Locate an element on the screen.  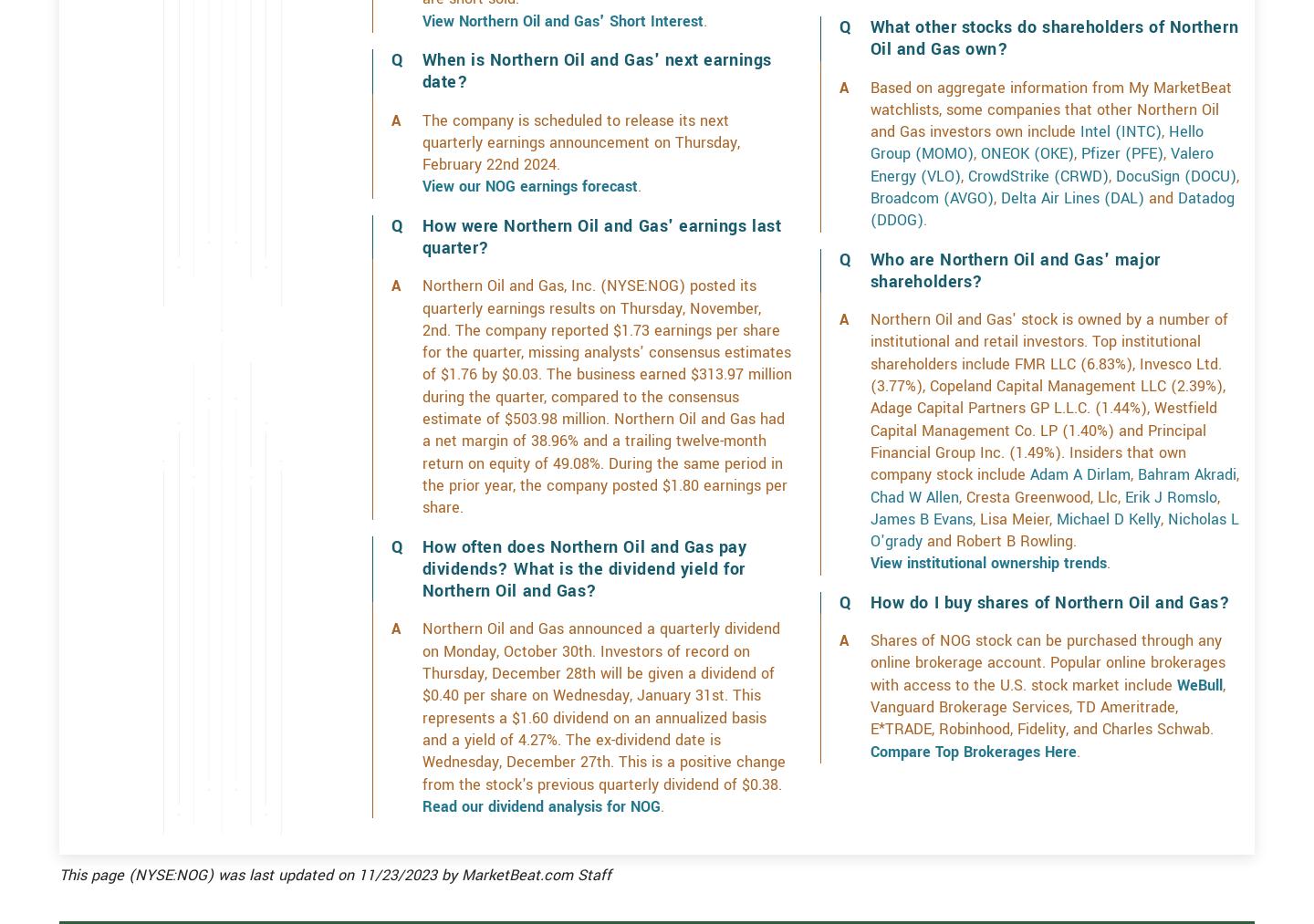
'How do I buy shares of Northern Oil and Gas?' is located at coordinates (1049, 667).